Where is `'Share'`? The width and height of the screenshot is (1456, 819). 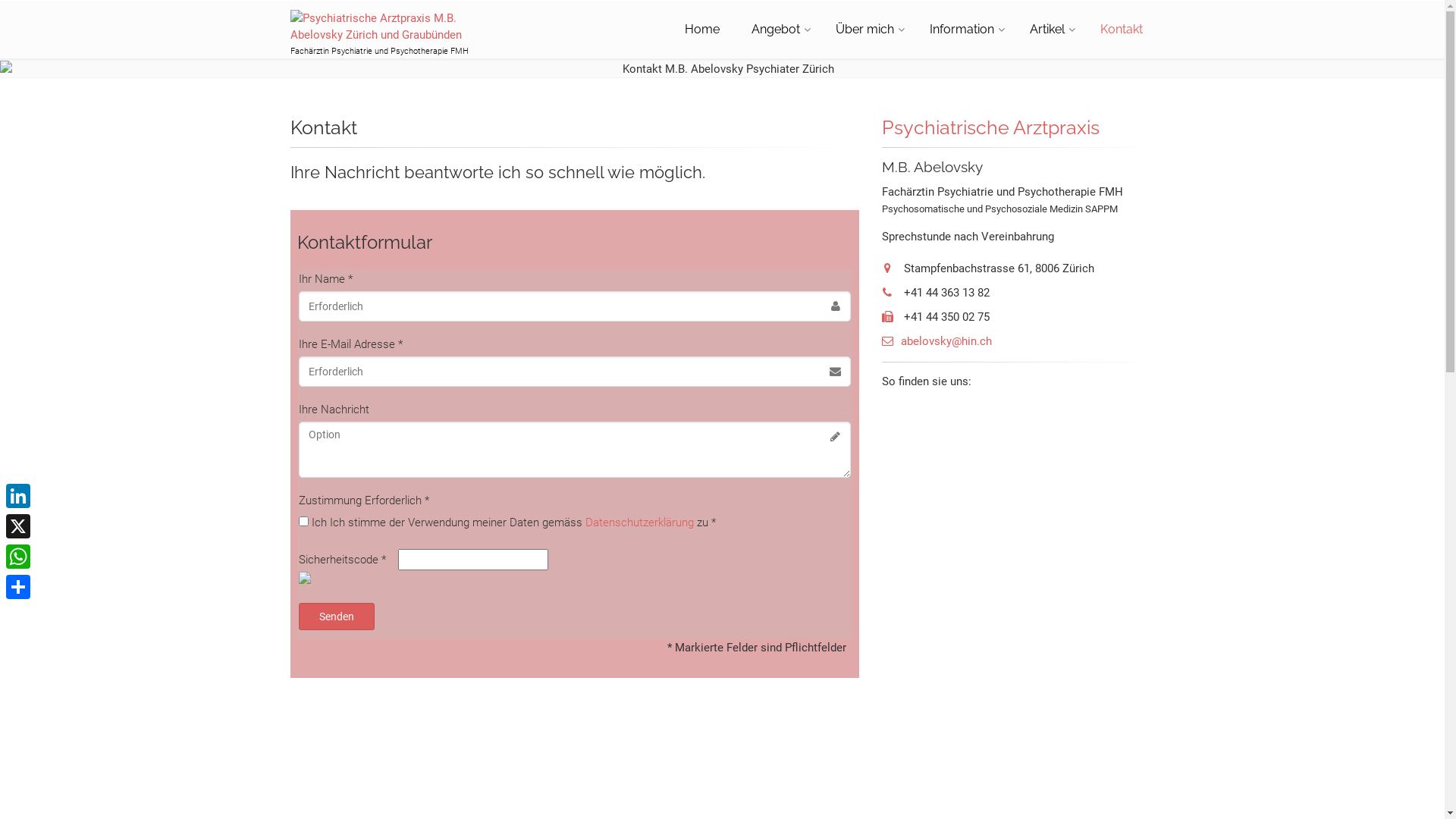 'Share' is located at coordinates (18, 586).